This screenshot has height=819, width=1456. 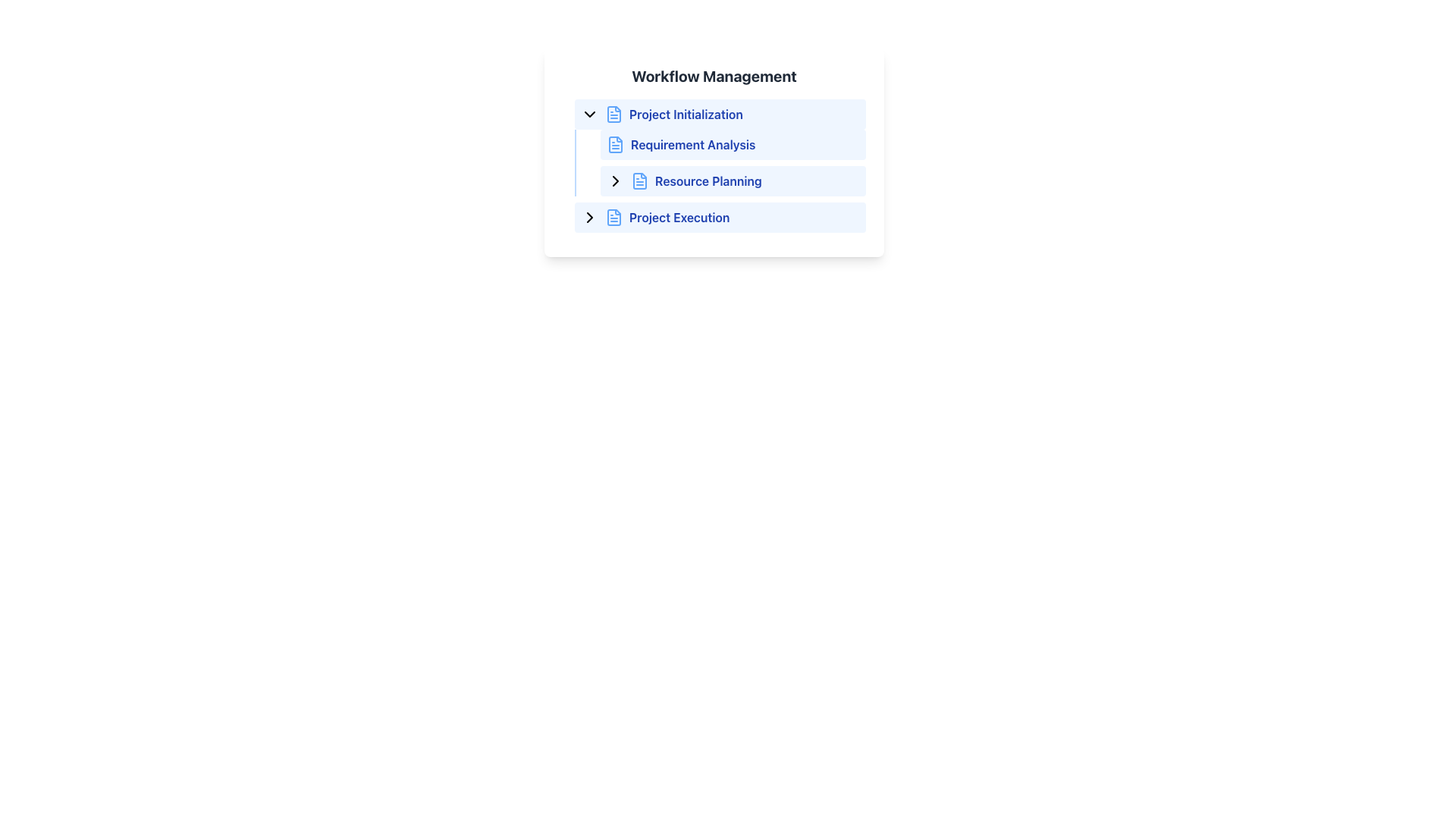 What do you see at coordinates (733, 180) in the screenshot?
I see `the arrow icon of the second expandable list item under 'Requirement Analysis' in the workflow management interface` at bounding box center [733, 180].